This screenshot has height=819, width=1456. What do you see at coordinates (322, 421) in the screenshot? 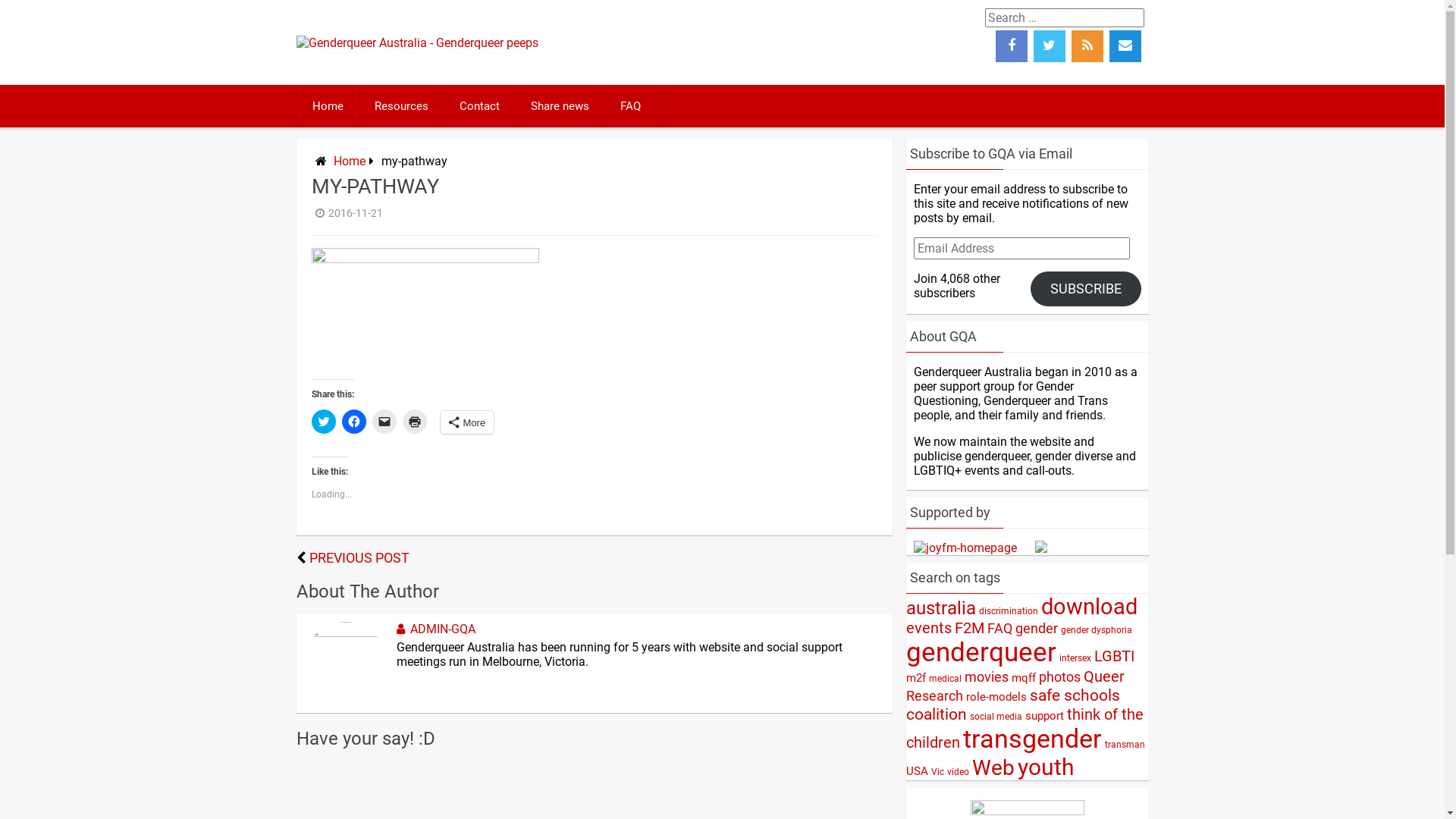
I see `'Click to share on Twitter (Opens in new window)'` at bounding box center [322, 421].